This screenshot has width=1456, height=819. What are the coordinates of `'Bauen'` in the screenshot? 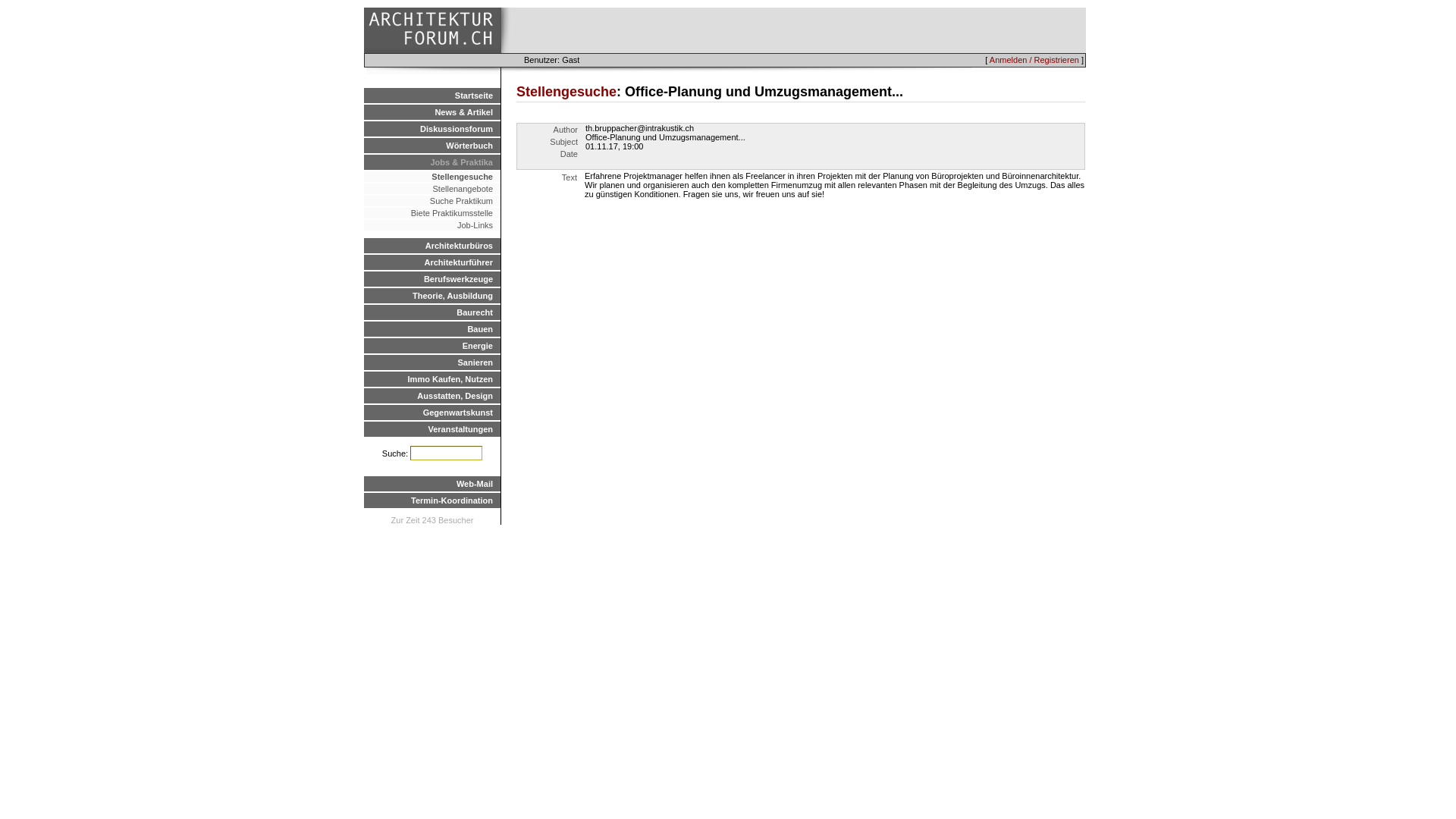 It's located at (431, 328).